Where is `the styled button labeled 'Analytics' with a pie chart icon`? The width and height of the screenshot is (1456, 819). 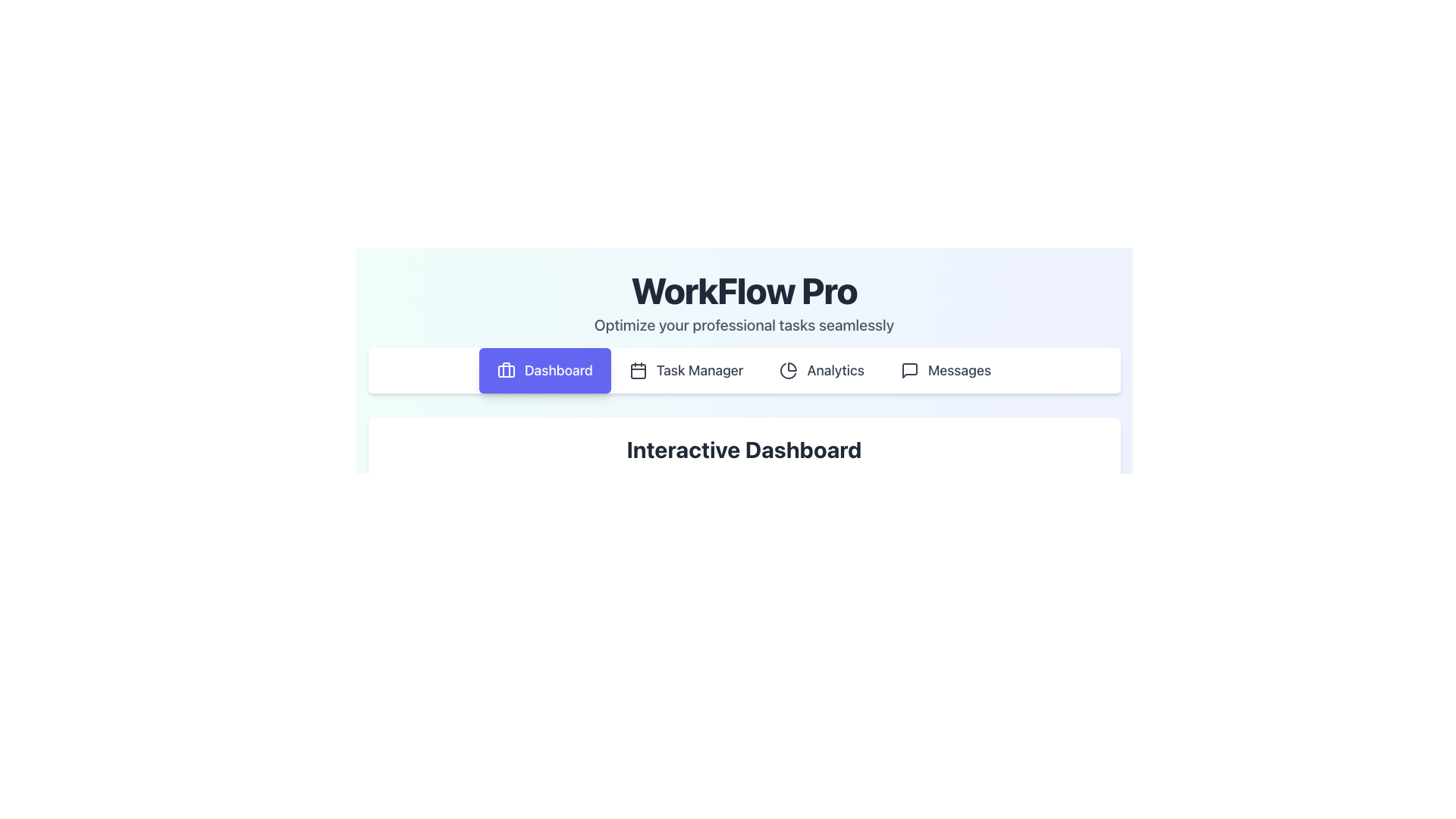 the styled button labeled 'Analytics' with a pie chart icon is located at coordinates (821, 371).